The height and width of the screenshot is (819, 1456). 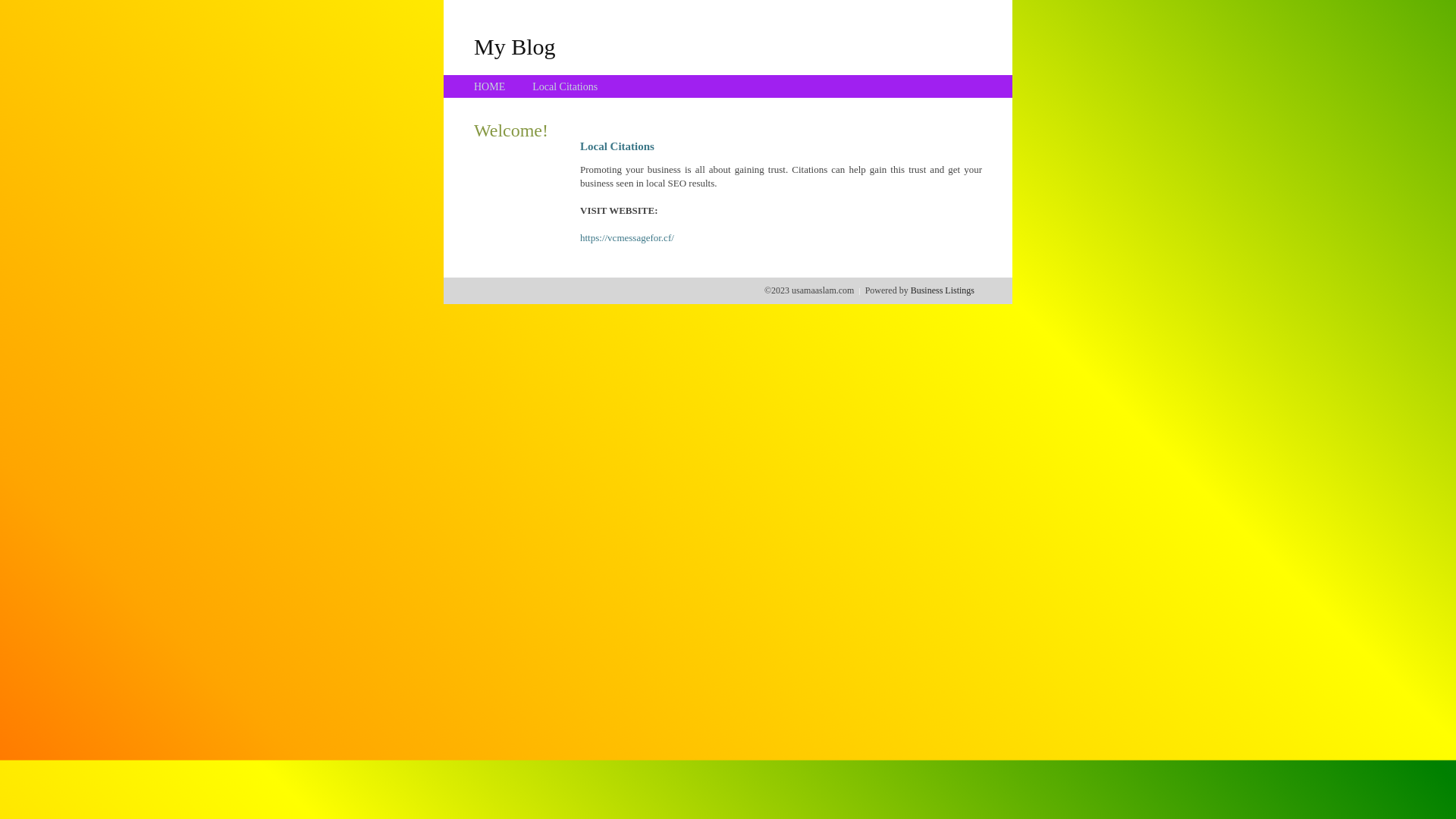 What do you see at coordinates (579, 237) in the screenshot?
I see `'https://vcmessagefor.cf/'` at bounding box center [579, 237].